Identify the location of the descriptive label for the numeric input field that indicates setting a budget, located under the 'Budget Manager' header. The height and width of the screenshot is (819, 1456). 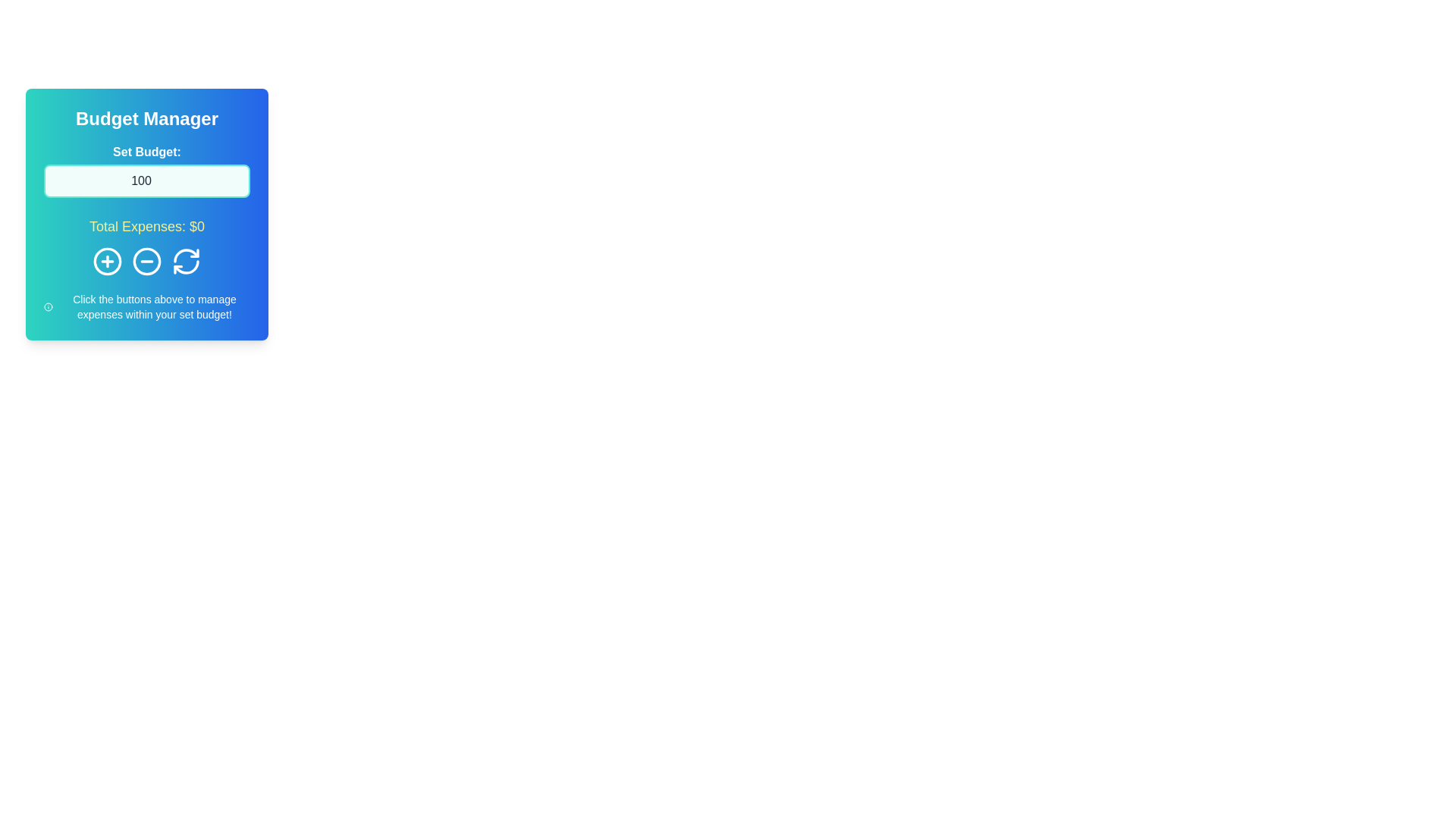
(146, 152).